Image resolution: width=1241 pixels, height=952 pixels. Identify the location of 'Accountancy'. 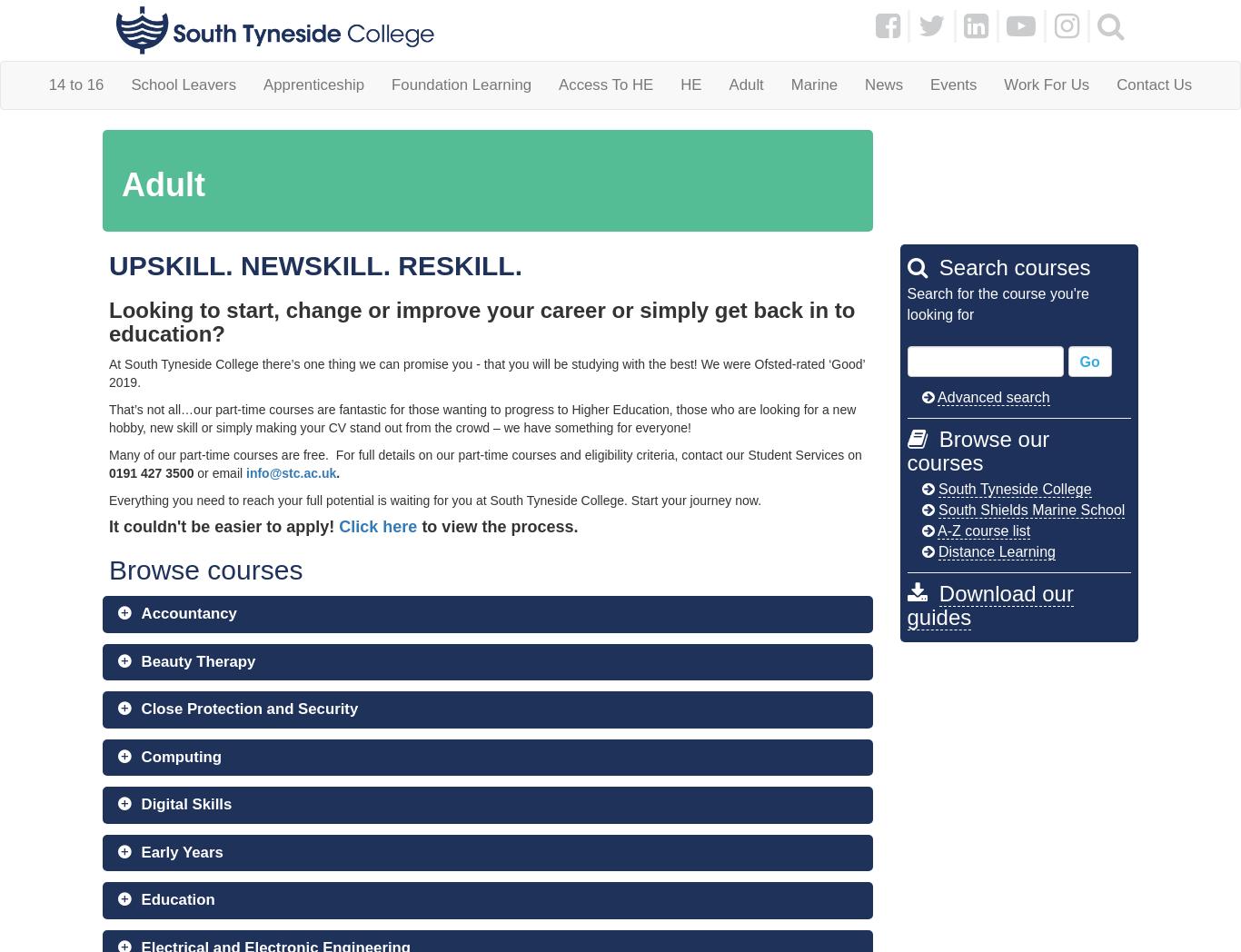
(187, 613).